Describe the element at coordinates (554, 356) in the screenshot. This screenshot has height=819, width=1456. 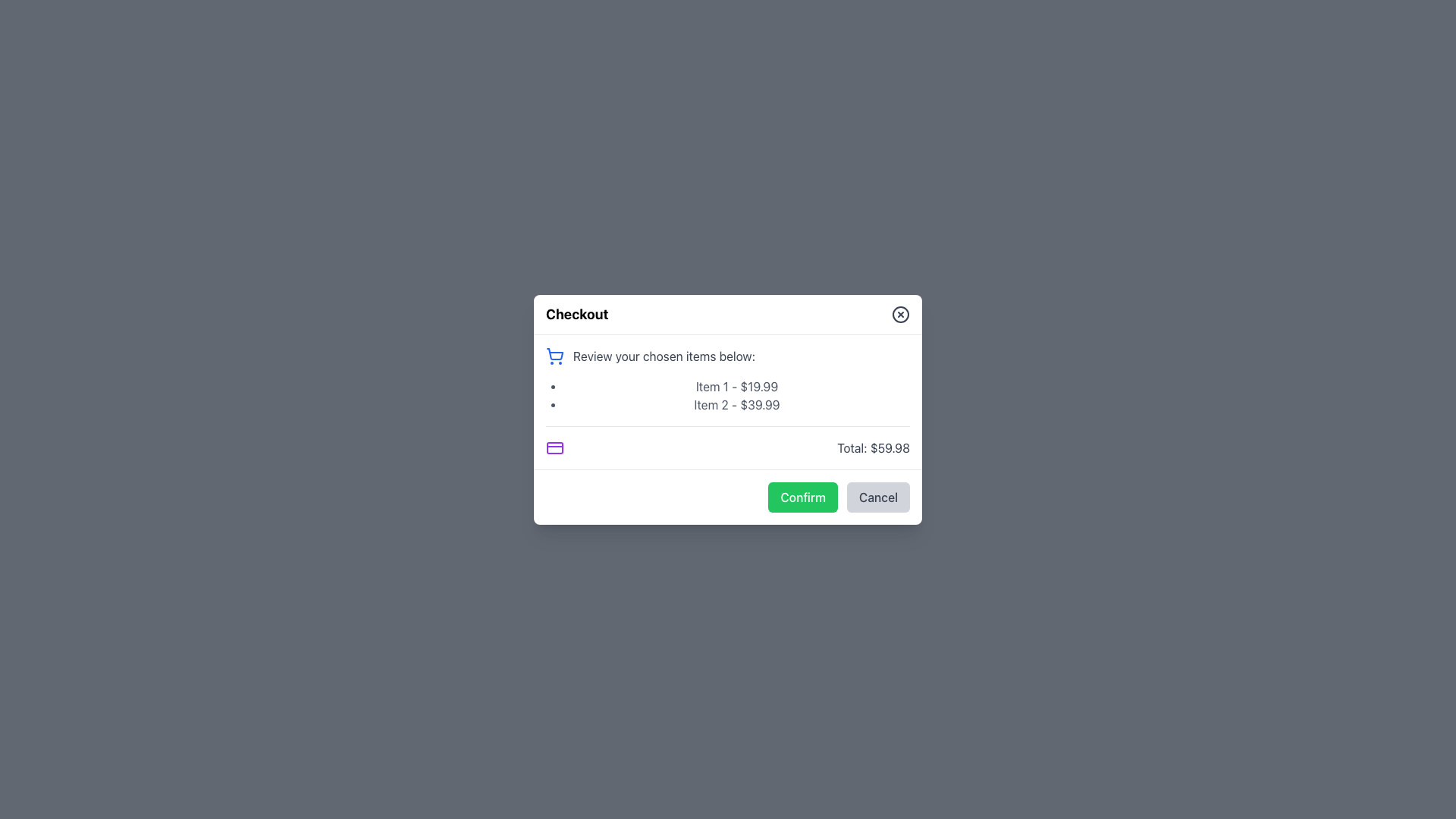
I see `the shopping cart icon located at the top-left of the content area within the dialog box, to the left of the text 'Review your chosen items below:', if it has interactive functionality` at that location.